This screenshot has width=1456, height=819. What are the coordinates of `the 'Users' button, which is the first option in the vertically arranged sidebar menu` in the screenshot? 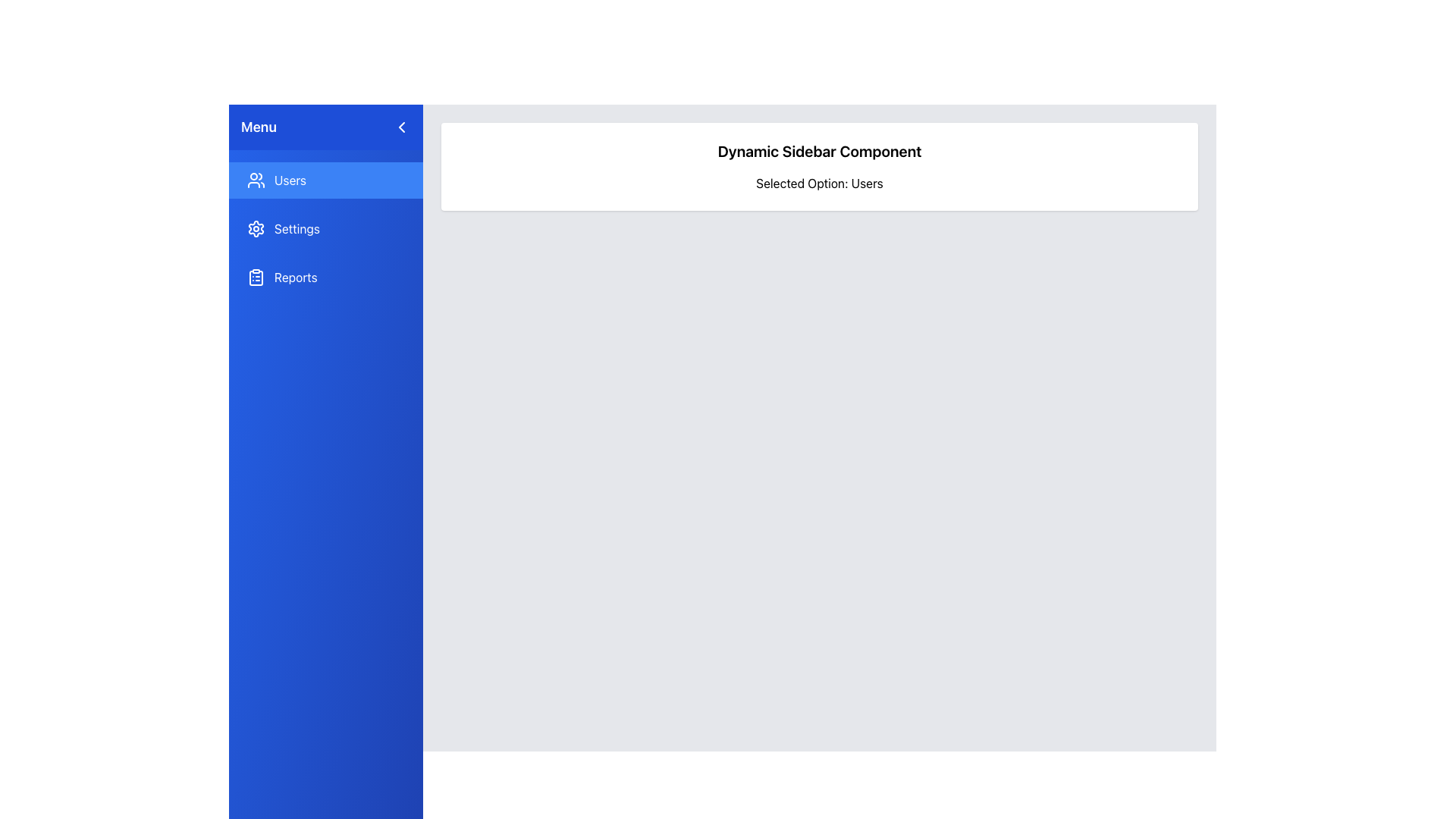 It's located at (325, 180).